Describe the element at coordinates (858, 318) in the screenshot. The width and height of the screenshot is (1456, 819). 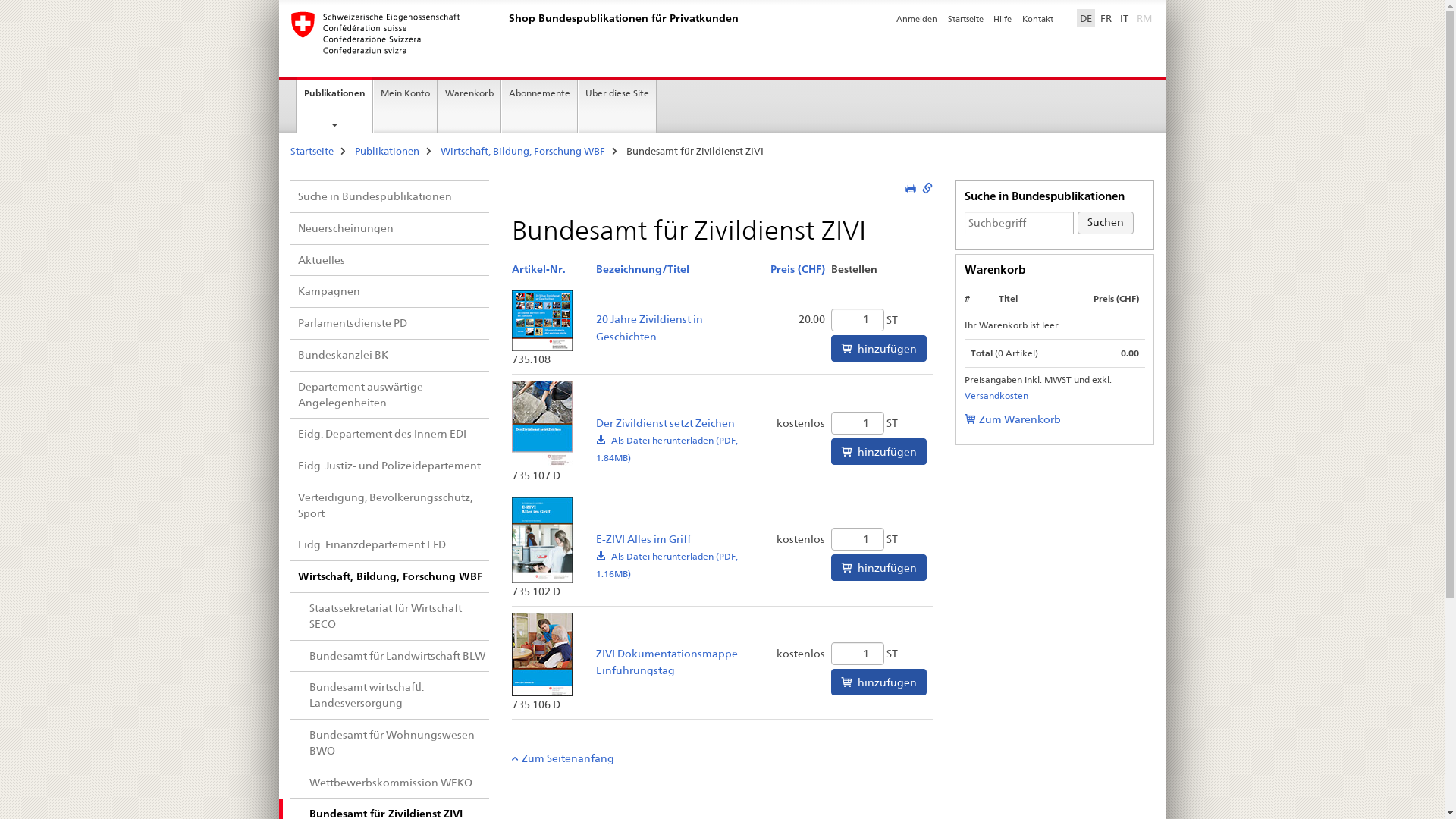
I see `'Menge'` at that location.